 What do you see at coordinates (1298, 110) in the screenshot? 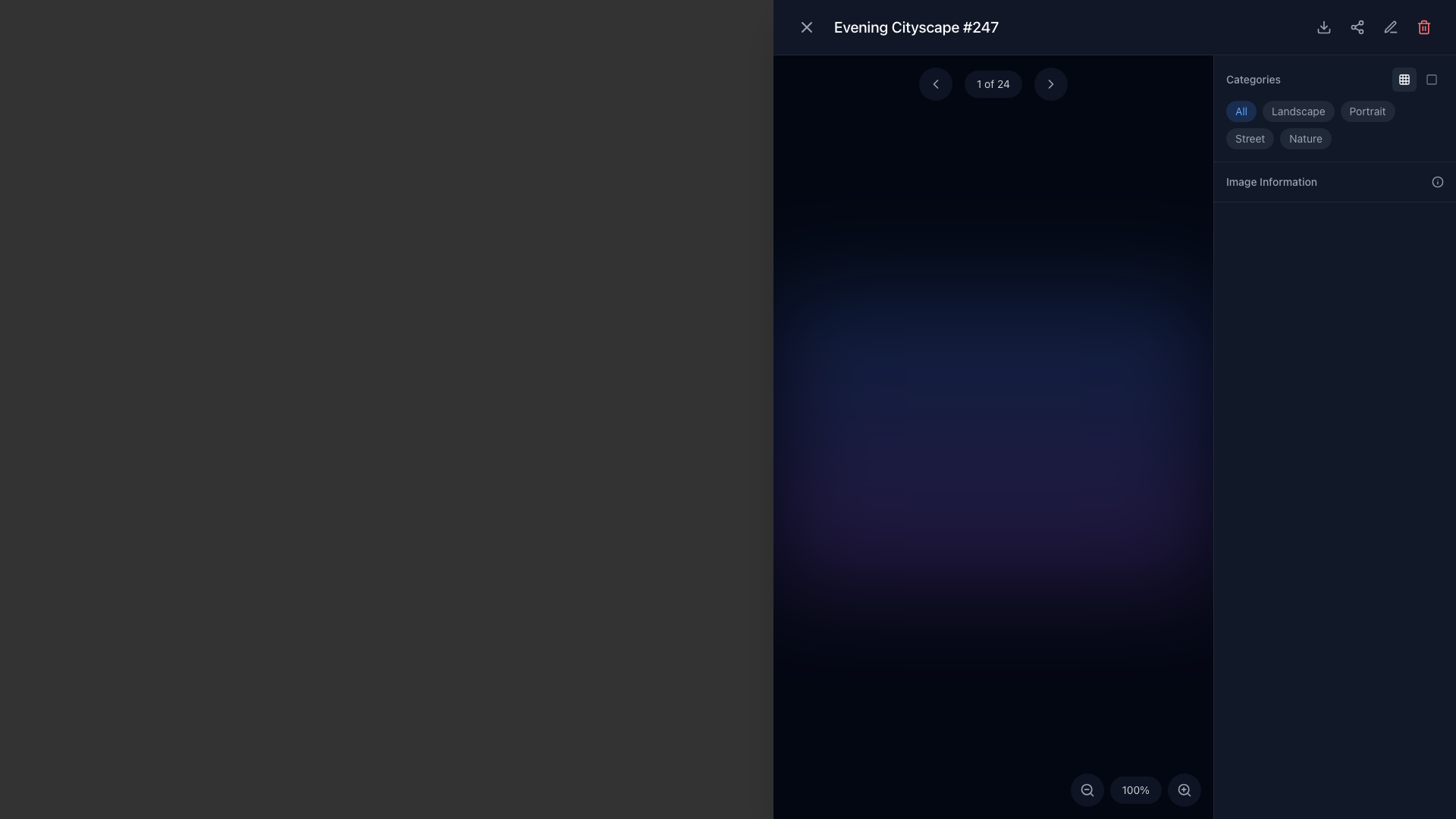
I see `the 'Landscape' button, which is a rounded rectangle with a gray background` at bounding box center [1298, 110].